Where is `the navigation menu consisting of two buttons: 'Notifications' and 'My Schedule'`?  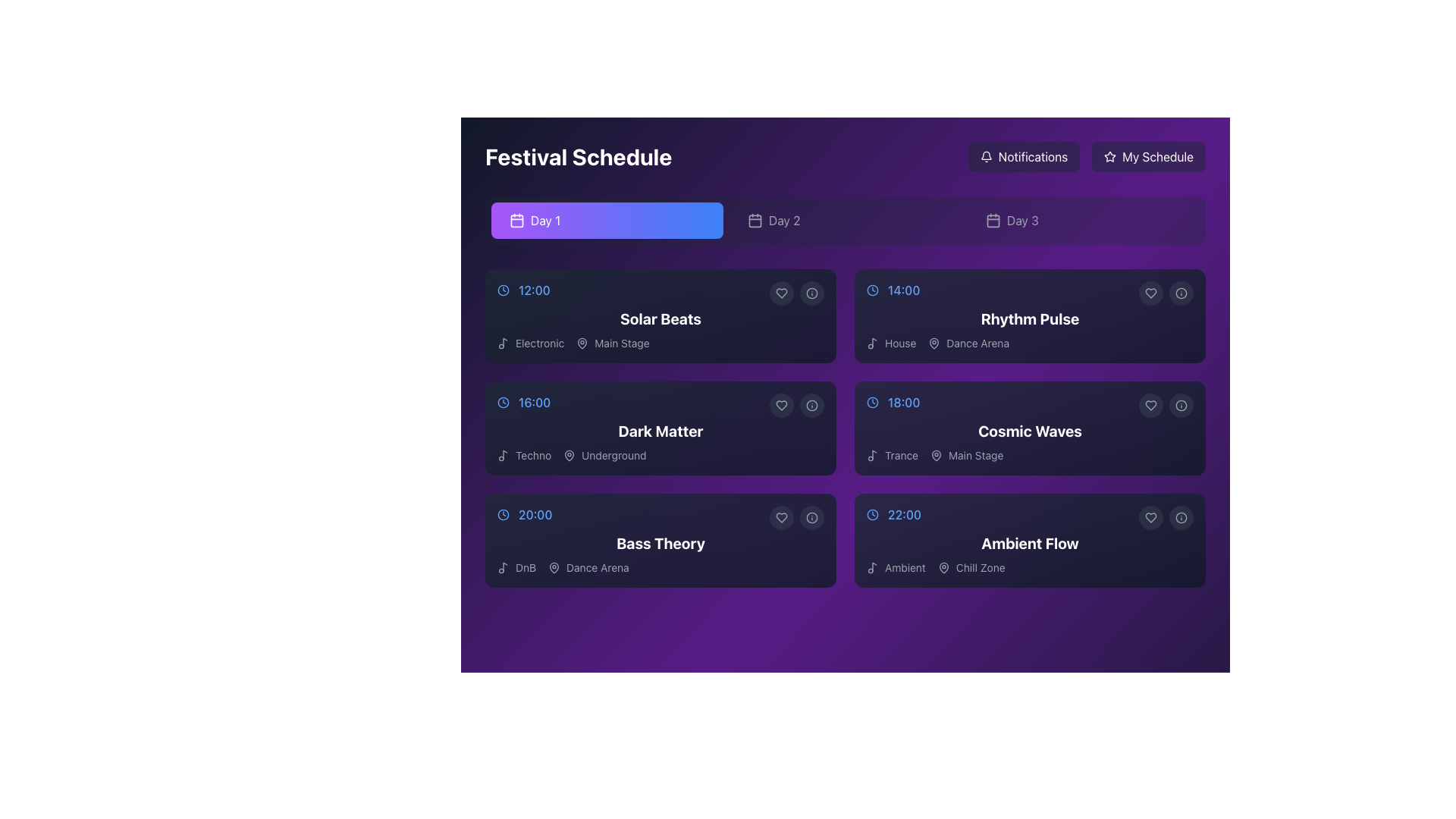
the navigation menu consisting of two buttons: 'Notifications' and 'My Schedule' is located at coordinates (1086, 157).